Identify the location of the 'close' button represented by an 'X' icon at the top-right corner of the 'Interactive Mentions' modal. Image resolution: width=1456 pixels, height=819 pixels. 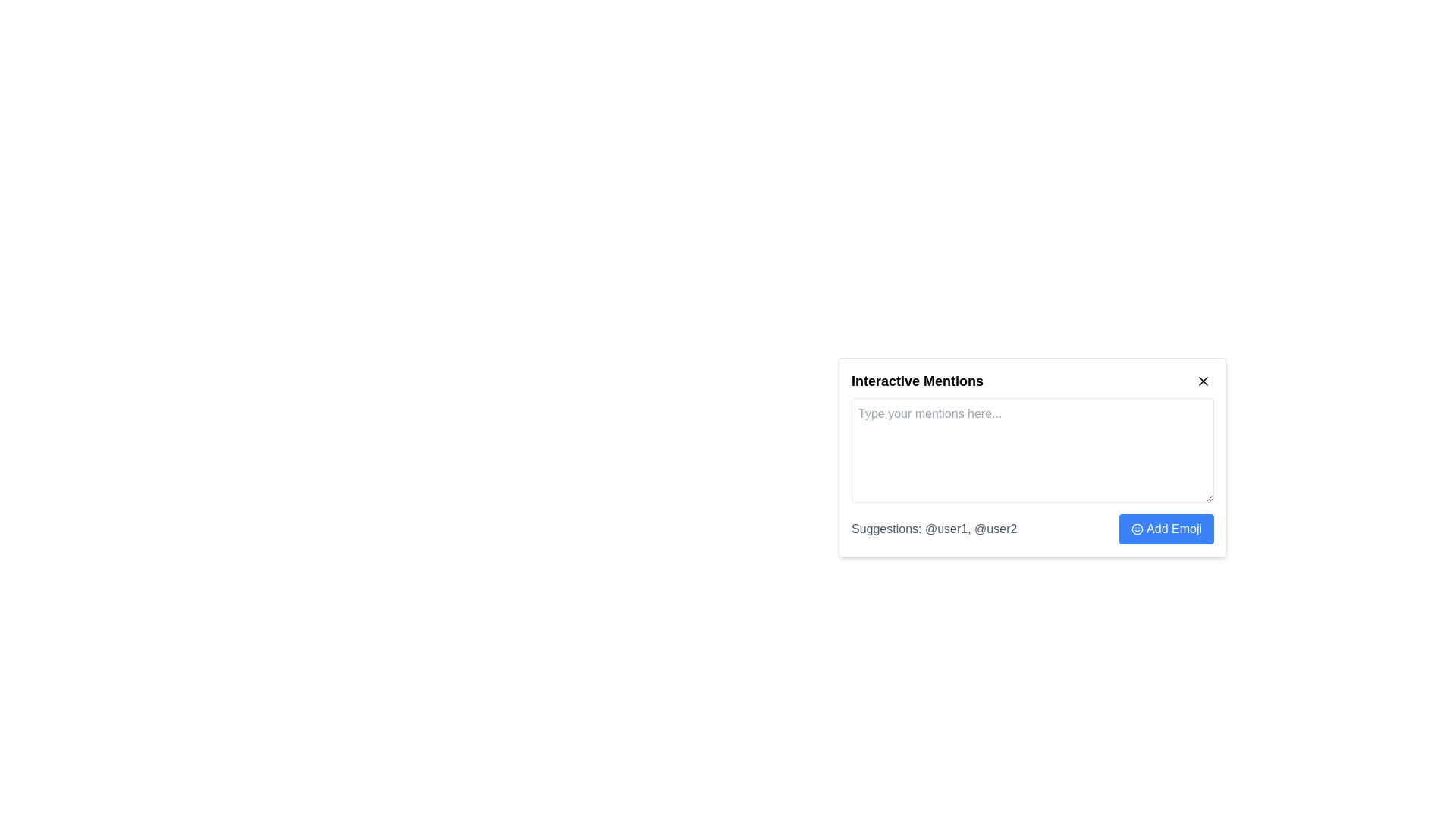
(1203, 380).